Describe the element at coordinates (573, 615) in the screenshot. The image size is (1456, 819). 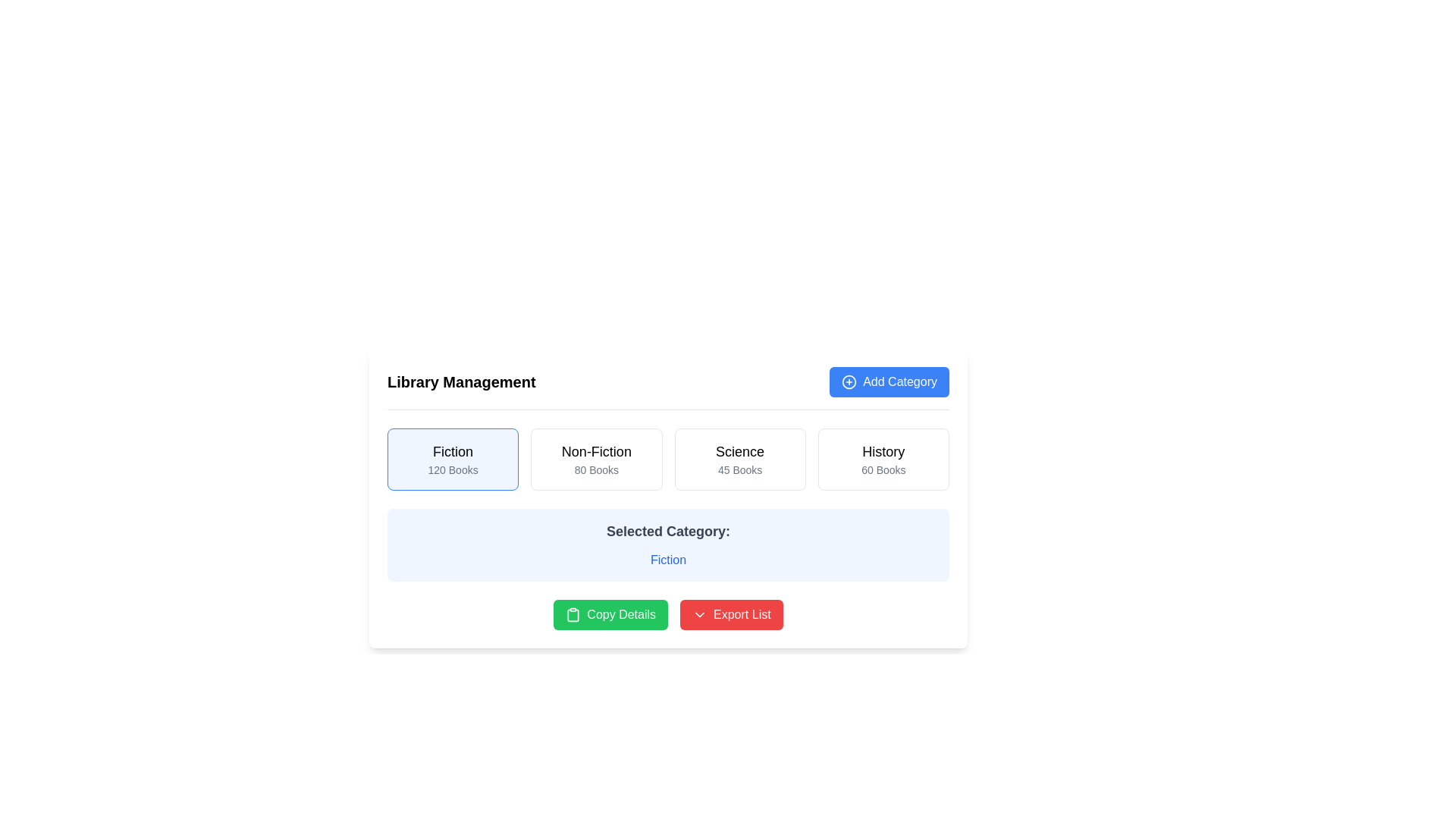
I see `the clipboard icon located centrally within the green 'Copy Details' button at the bottom-left of the control area` at that location.